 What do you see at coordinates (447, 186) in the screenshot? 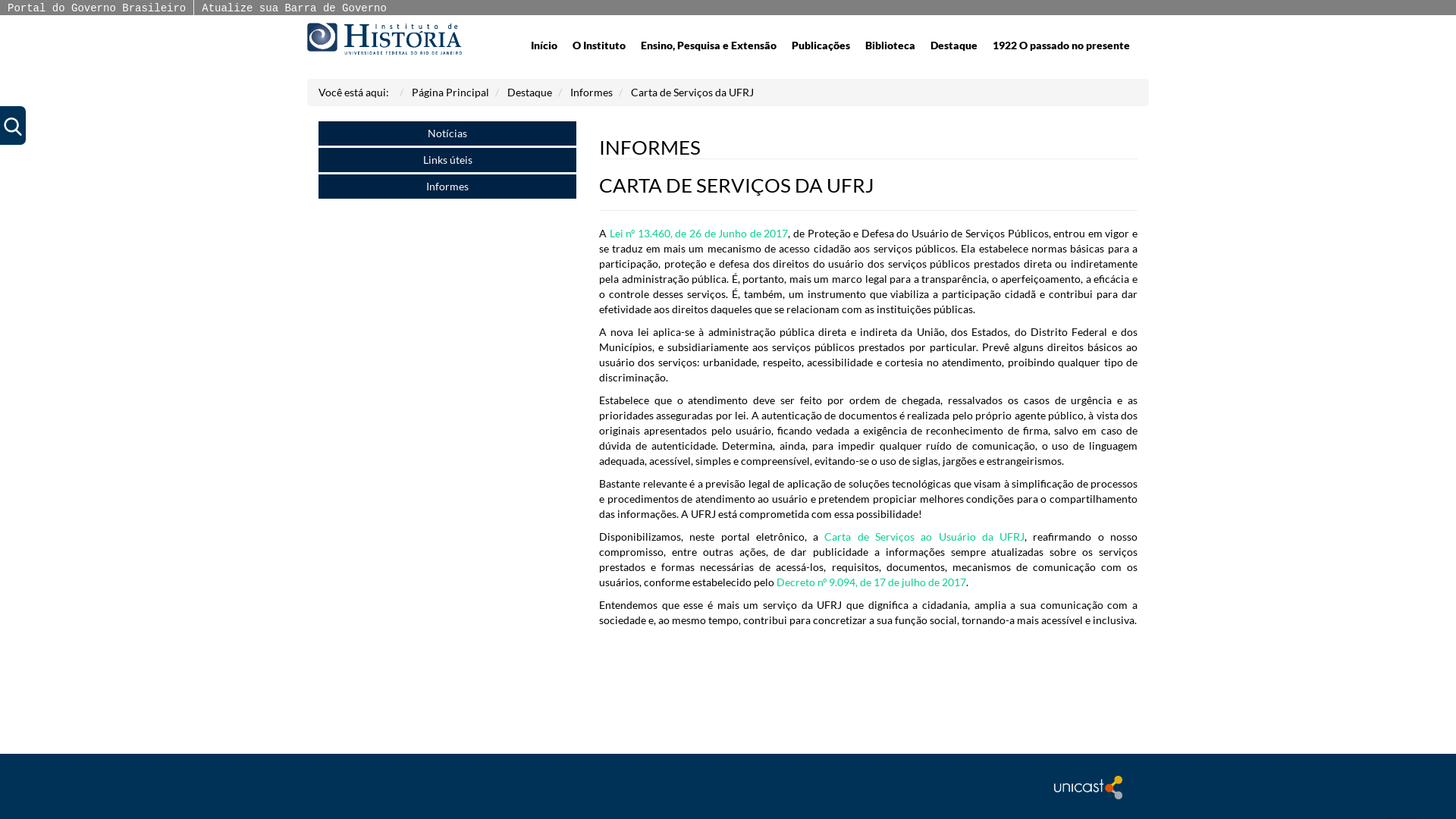
I see `'Informes'` at bounding box center [447, 186].